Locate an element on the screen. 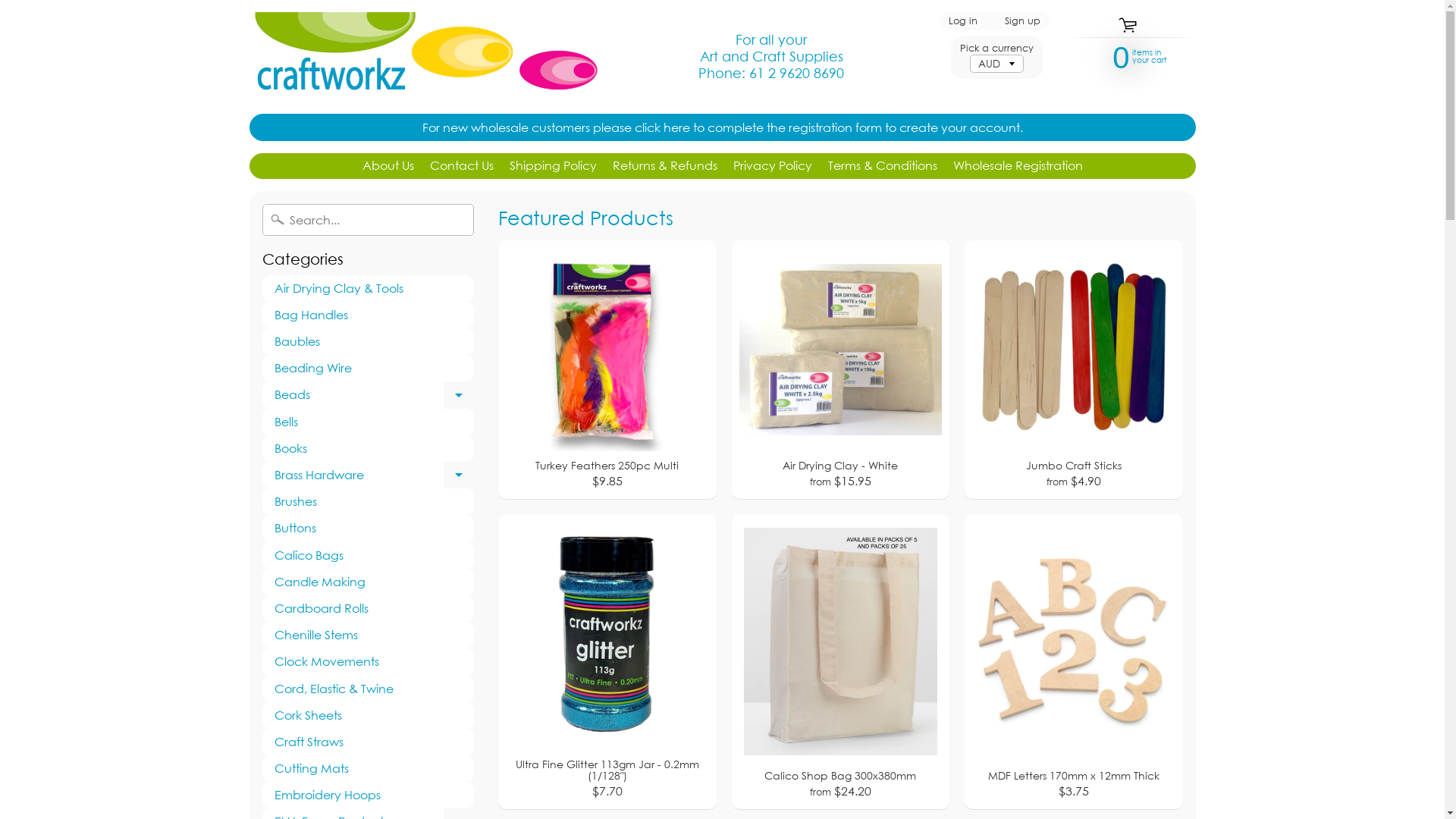 The height and width of the screenshot is (819, 1456). 'Air Drying Clay - White is located at coordinates (839, 369).